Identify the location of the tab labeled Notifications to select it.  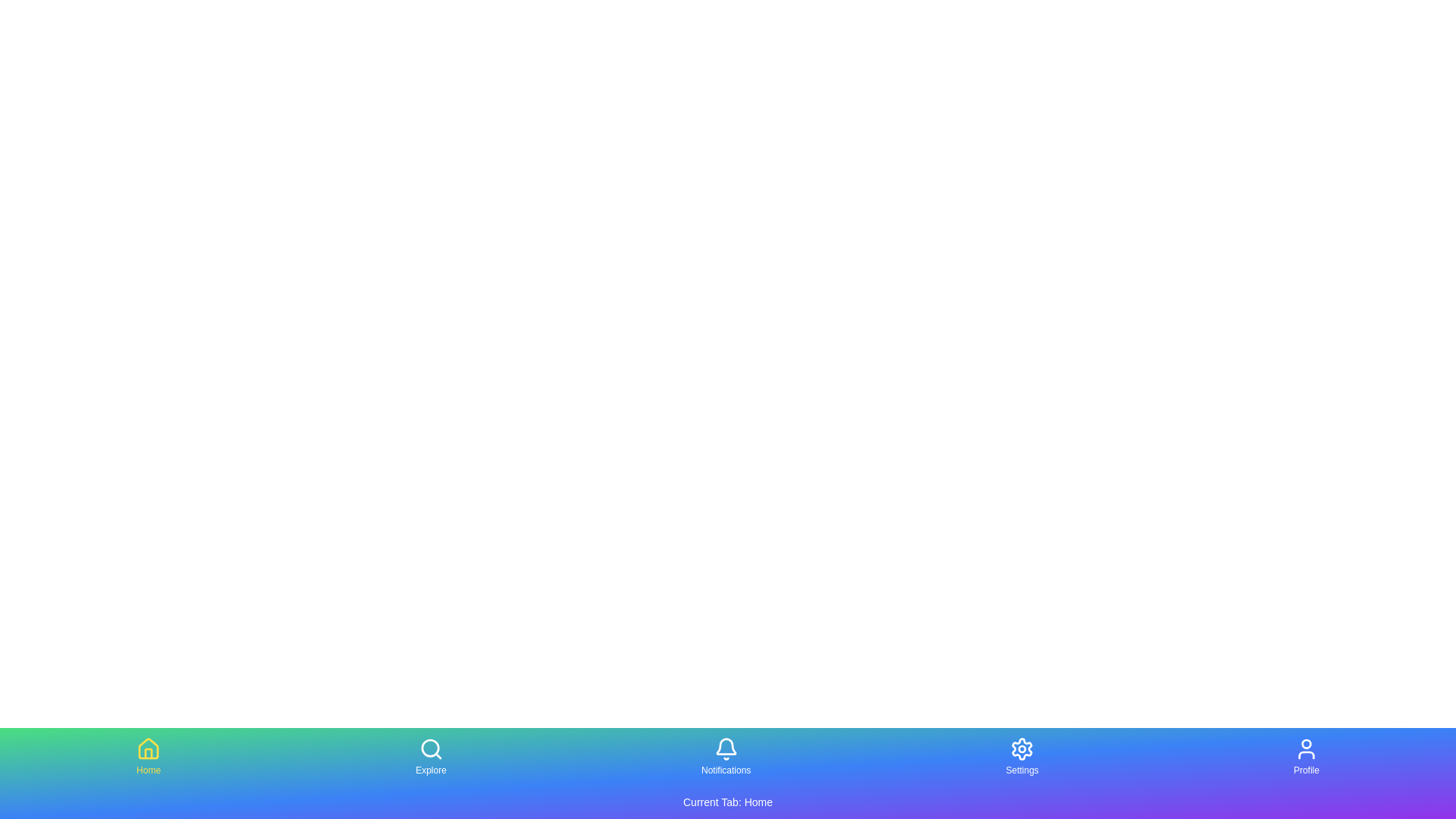
(724, 757).